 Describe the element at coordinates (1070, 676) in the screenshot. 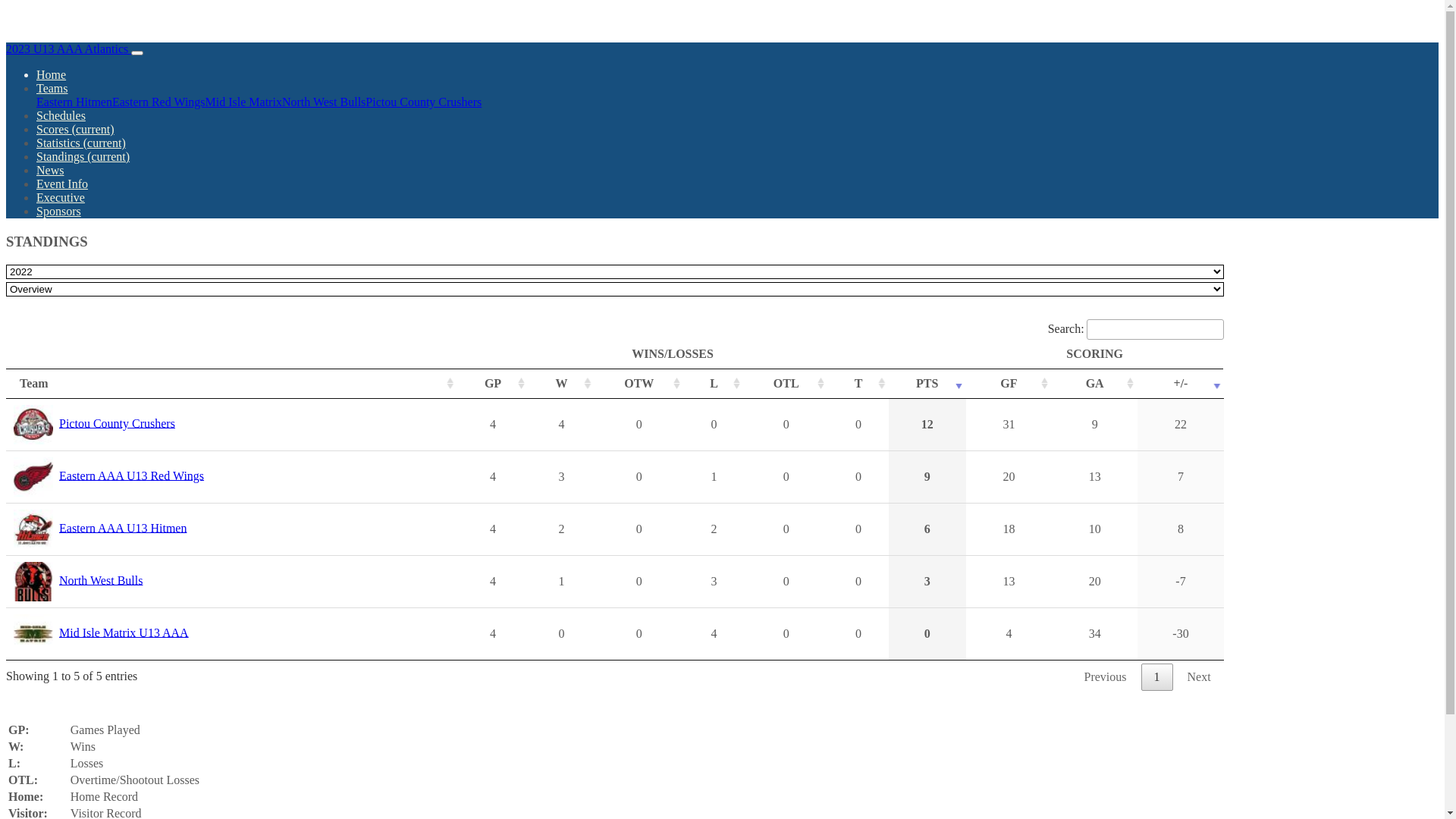

I see `'Previous'` at that location.